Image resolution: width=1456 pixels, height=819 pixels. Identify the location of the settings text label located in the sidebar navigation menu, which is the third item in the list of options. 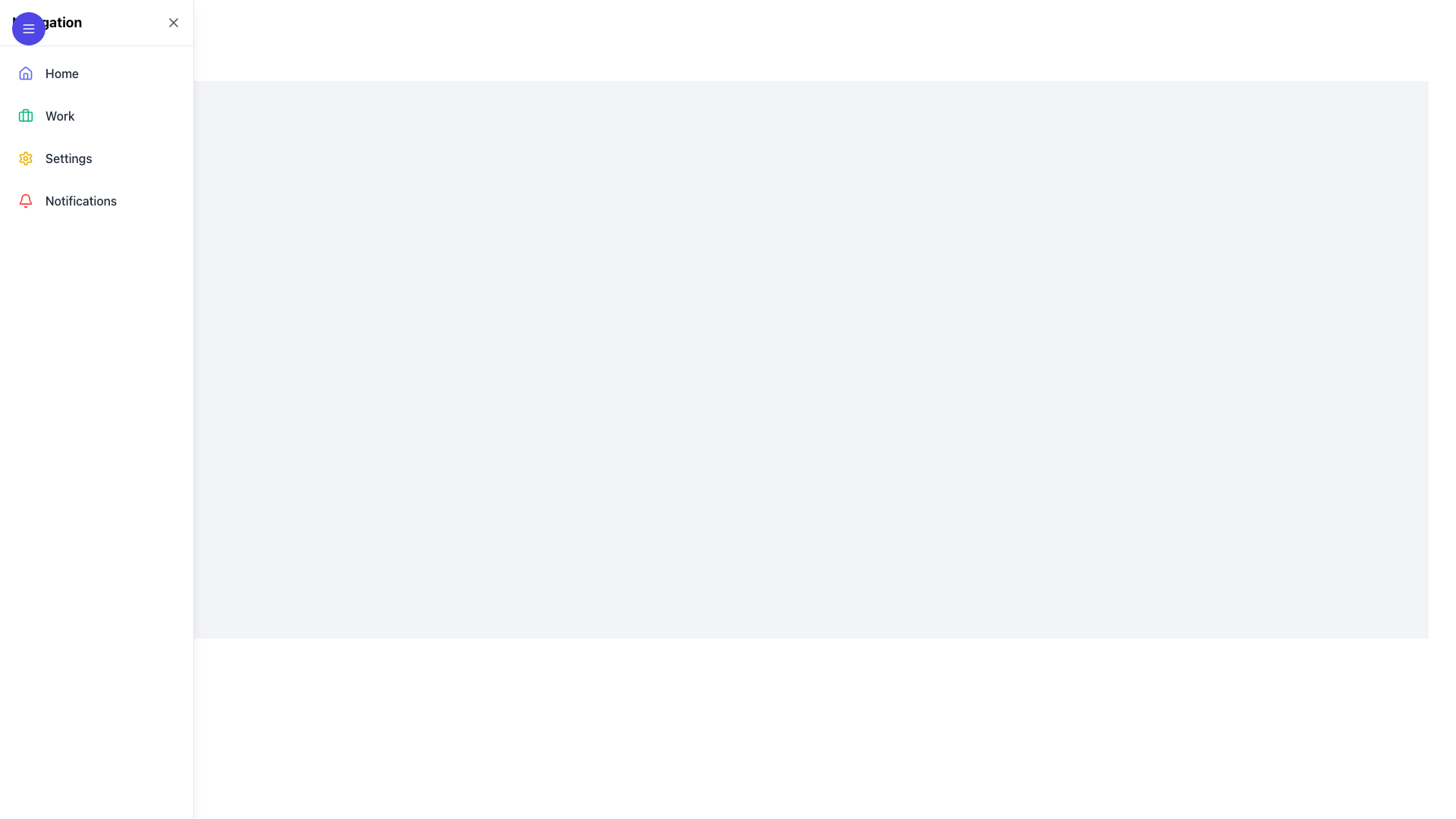
(67, 158).